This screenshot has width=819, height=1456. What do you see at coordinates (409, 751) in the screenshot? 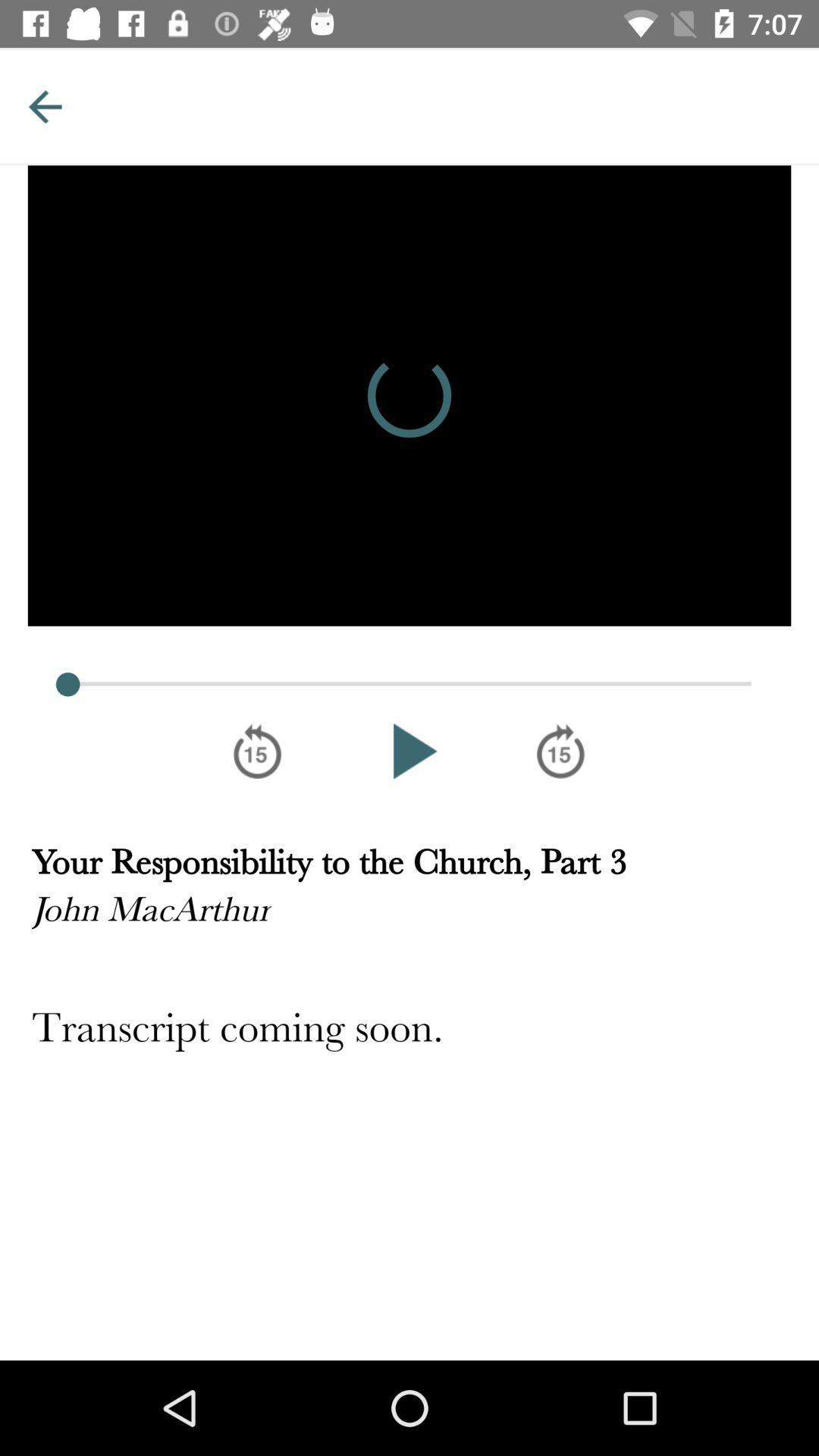
I see `video` at bounding box center [409, 751].